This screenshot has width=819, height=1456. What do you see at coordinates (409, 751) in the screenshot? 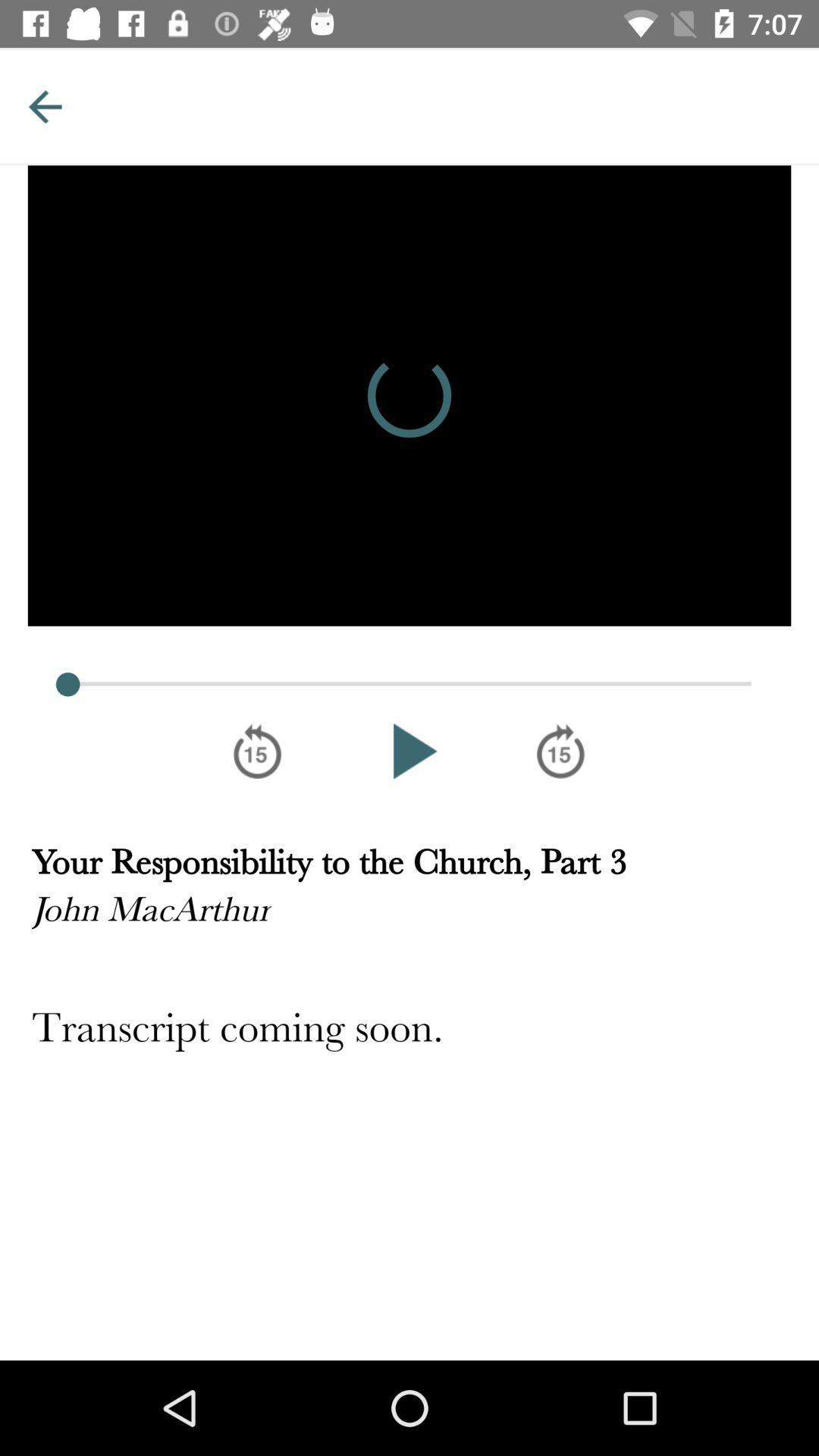
I see `video` at bounding box center [409, 751].